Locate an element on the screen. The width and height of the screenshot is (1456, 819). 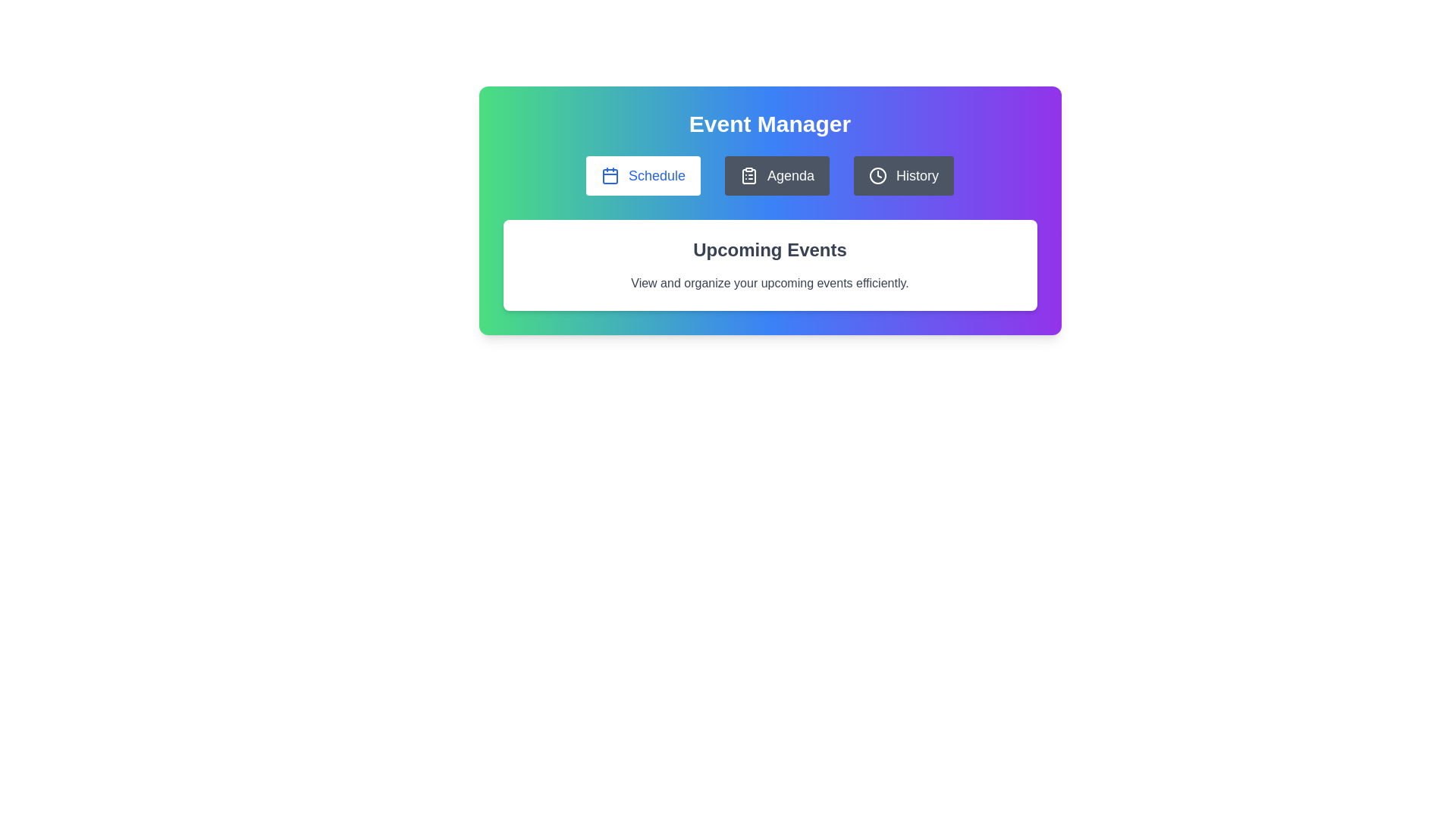
descriptive text located in the 'Upcoming Events' section, positioned directly below the bold header 'Upcoming Events' is located at coordinates (770, 284).